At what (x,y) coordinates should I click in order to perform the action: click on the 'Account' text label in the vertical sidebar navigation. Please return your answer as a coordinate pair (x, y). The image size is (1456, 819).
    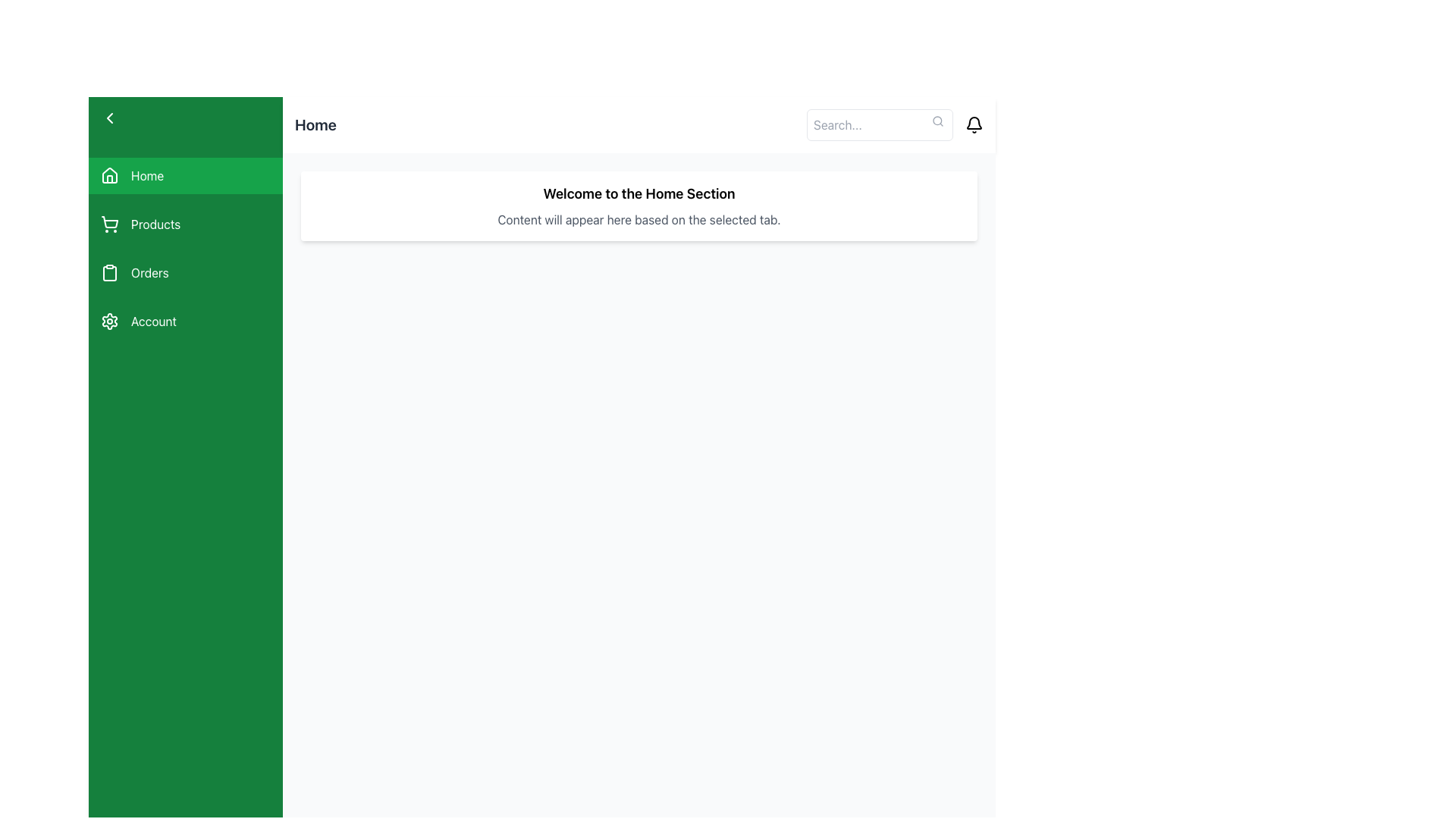
    Looking at the image, I should click on (153, 321).